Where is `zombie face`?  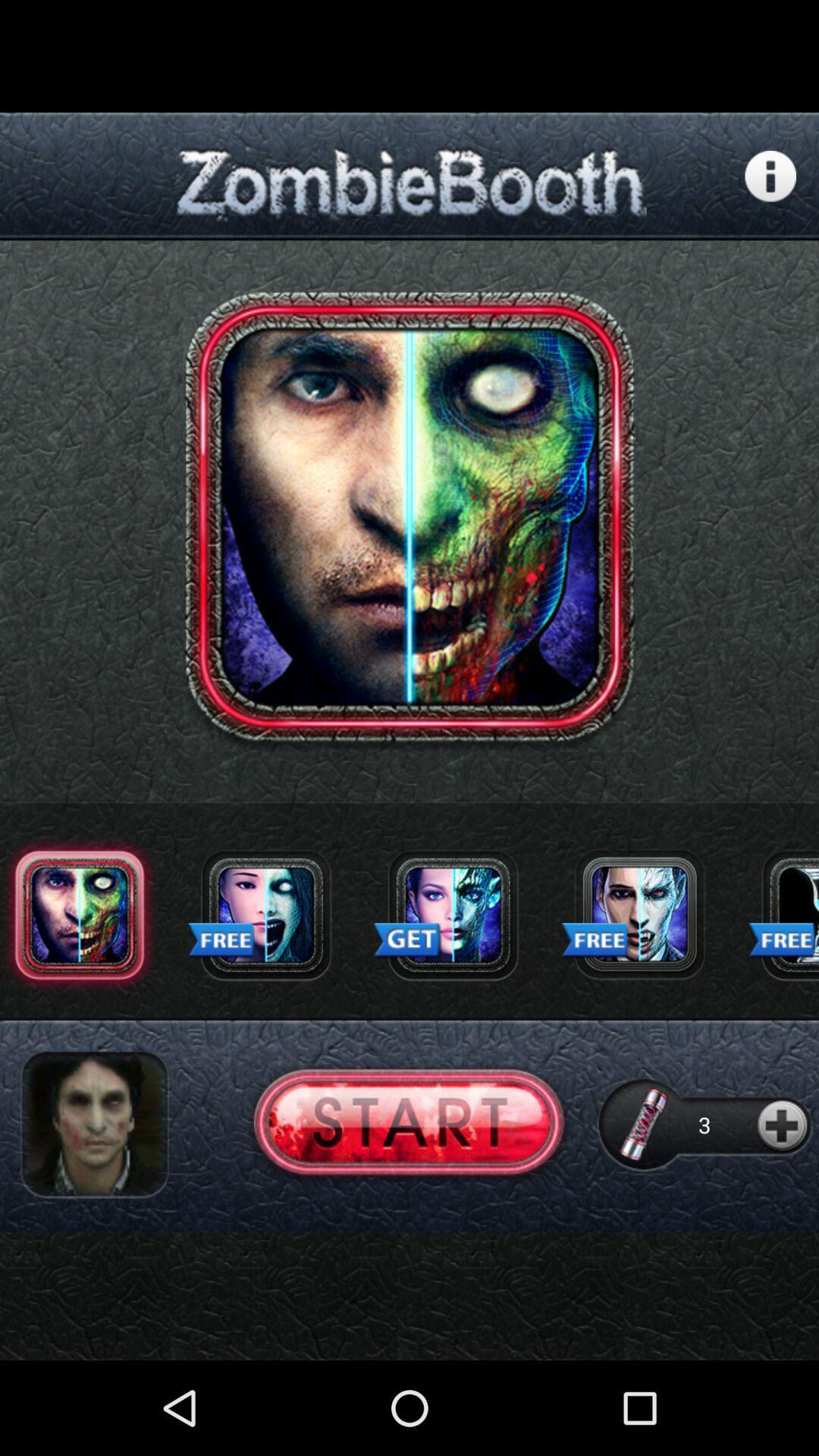
zombie face is located at coordinates (265, 914).